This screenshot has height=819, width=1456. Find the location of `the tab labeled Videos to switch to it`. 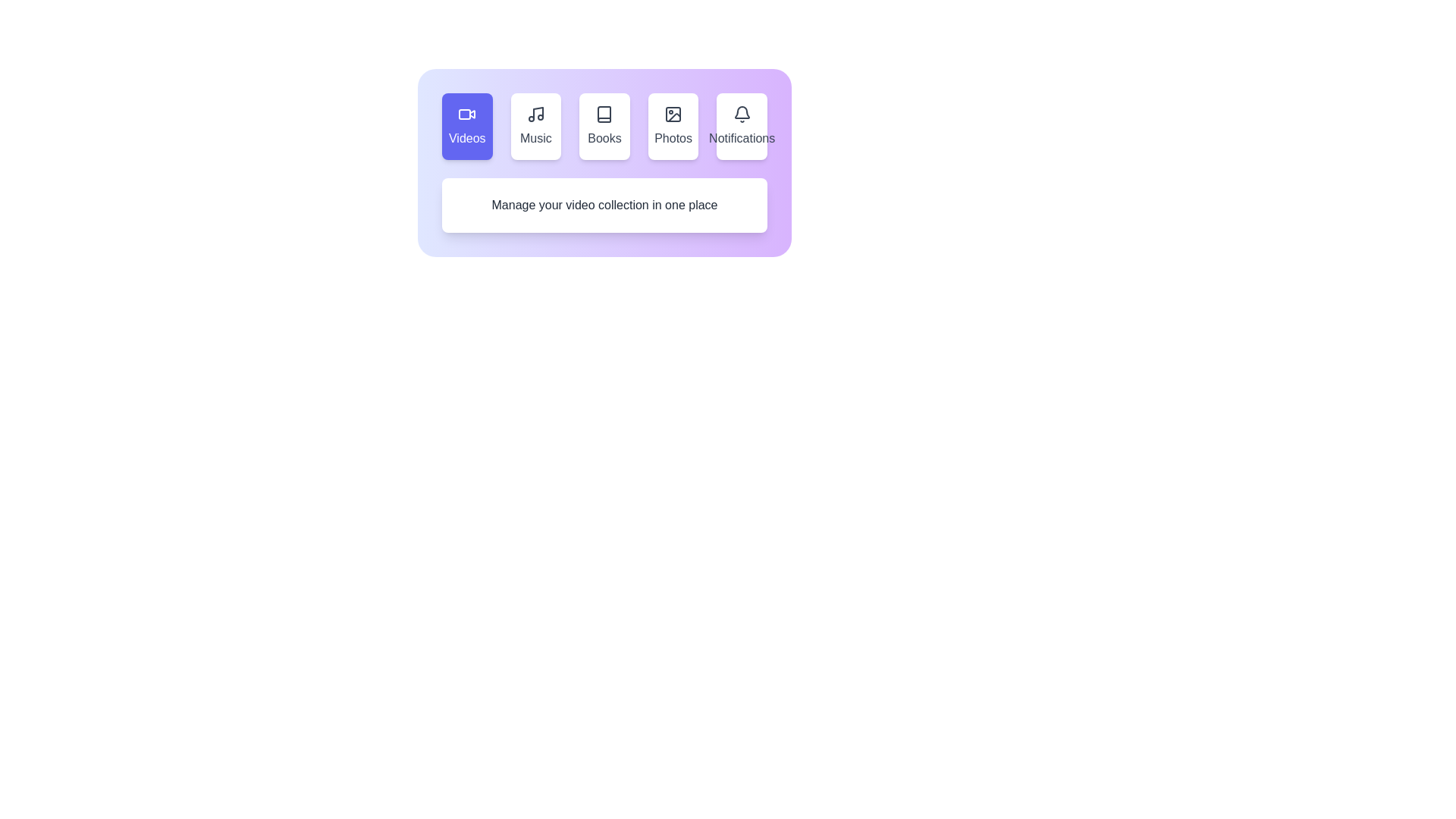

the tab labeled Videos to switch to it is located at coordinates (466, 125).